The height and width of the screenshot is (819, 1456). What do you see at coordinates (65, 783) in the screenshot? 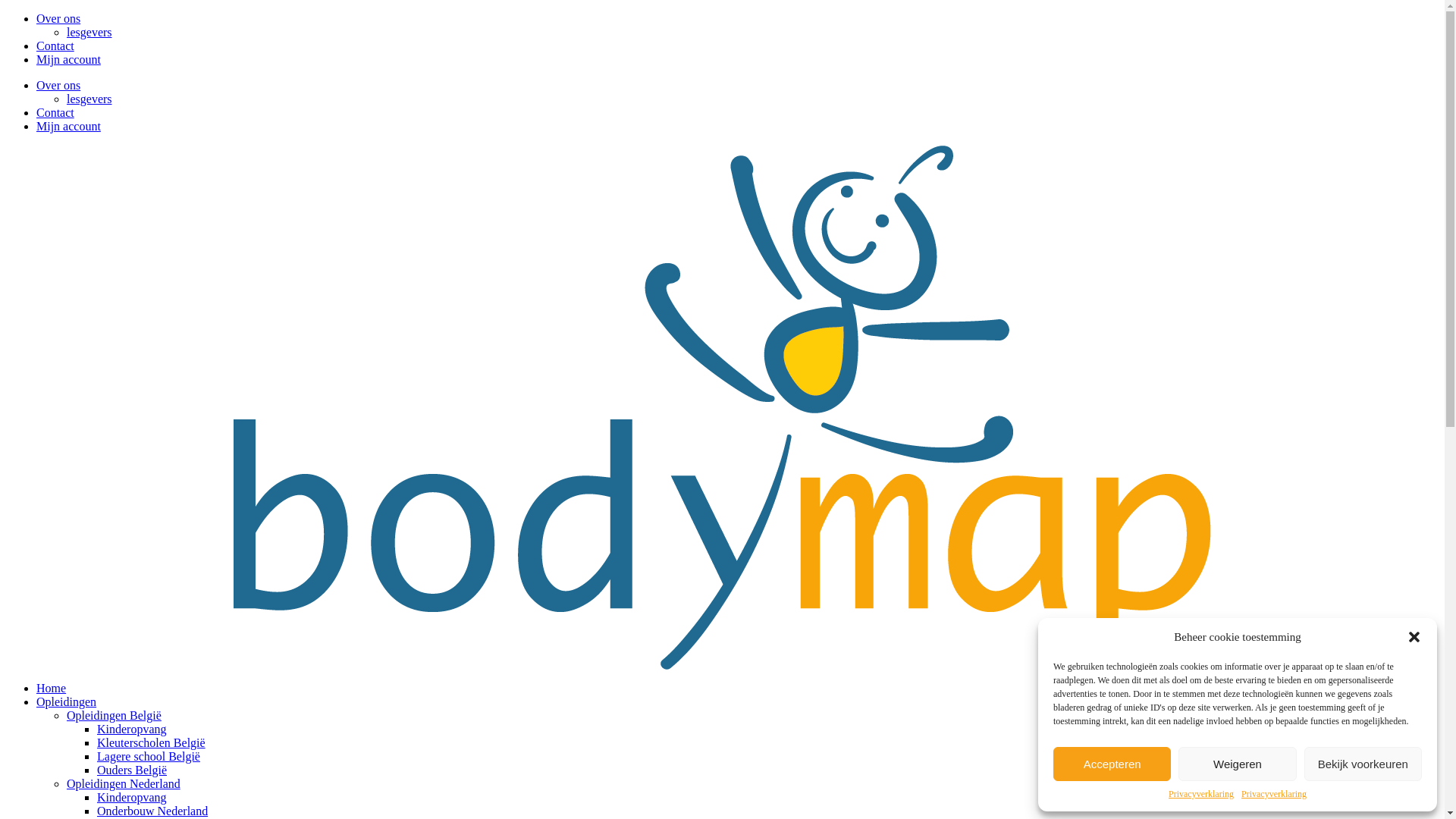
I see `'Opleidingen Nederland'` at bounding box center [65, 783].